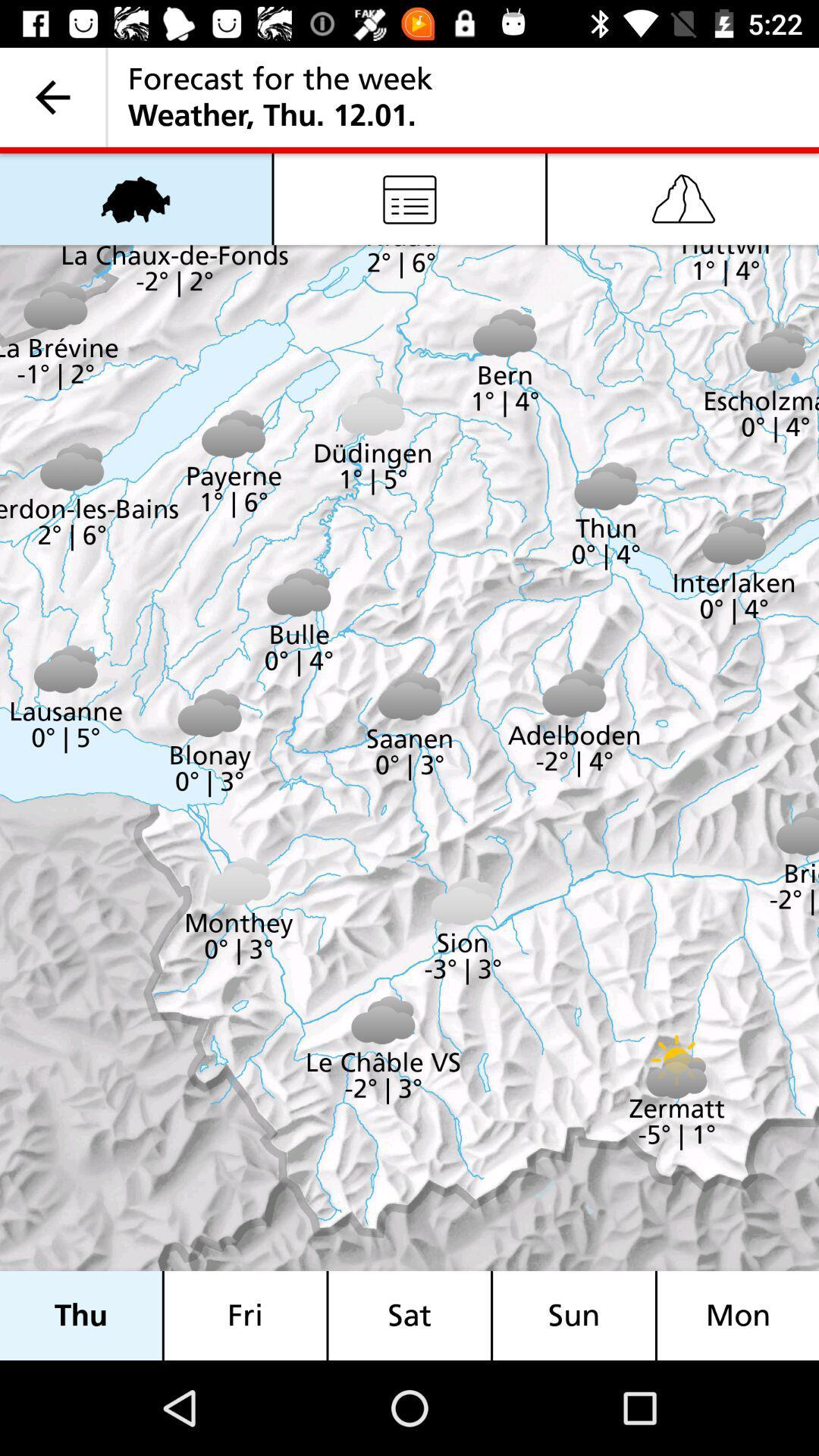 The width and height of the screenshot is (819, 1456). Describe the element at coordinates (574, 1315) in the screenshot. I see `the item next to sat` at that location.